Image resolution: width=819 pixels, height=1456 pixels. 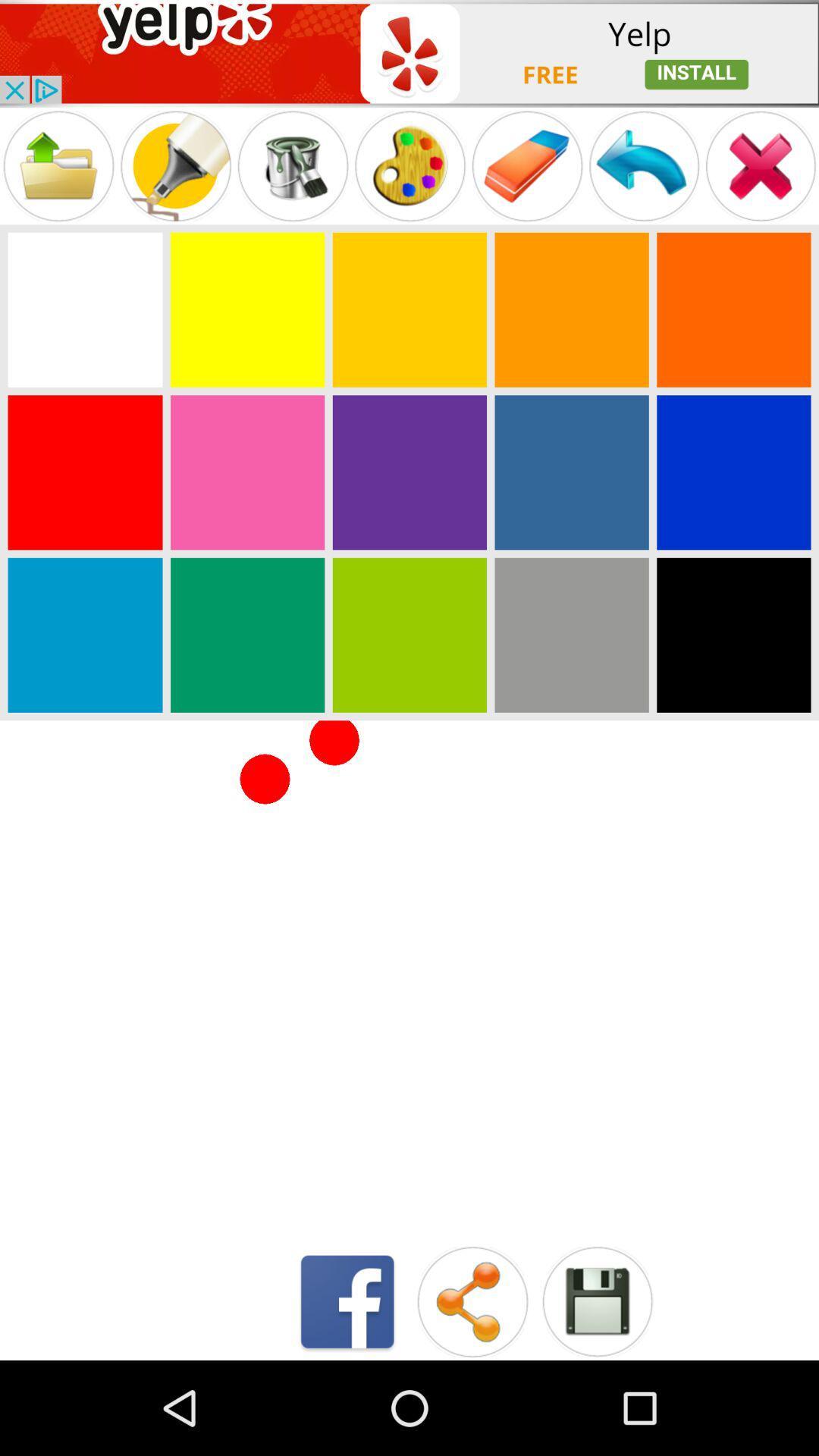 What do you see at coordinates (644, 177) in the screenshot?
I see `the undo icon` at bounding box center [644, 177].